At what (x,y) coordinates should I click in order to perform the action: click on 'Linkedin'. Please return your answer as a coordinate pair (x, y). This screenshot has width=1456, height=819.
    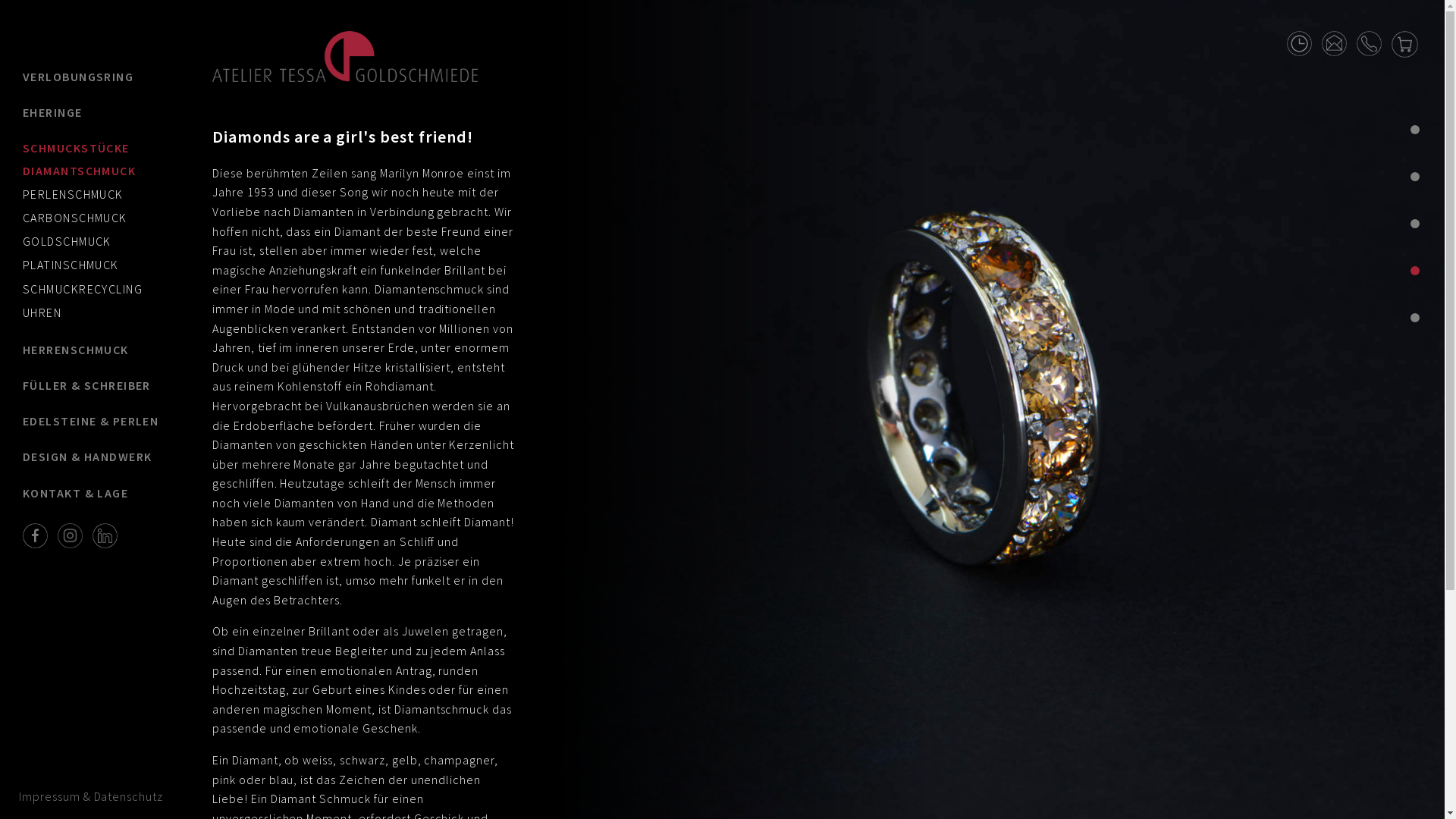
    Looking at the image, I should click on (104, 533).